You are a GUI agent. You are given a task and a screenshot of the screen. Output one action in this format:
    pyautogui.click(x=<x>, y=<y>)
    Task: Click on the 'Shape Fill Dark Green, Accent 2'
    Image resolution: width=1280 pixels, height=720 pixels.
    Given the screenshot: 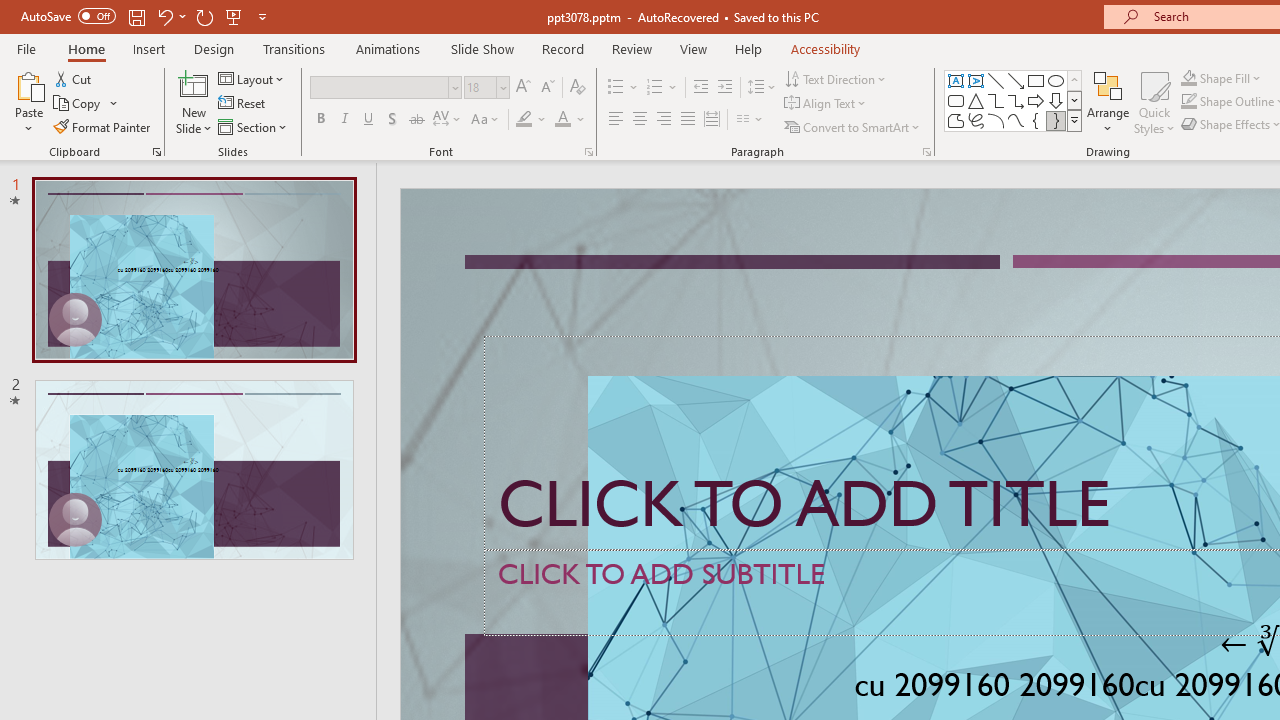 What is the action you would take?
    pyautogui.click(x=1189, y=77)
    